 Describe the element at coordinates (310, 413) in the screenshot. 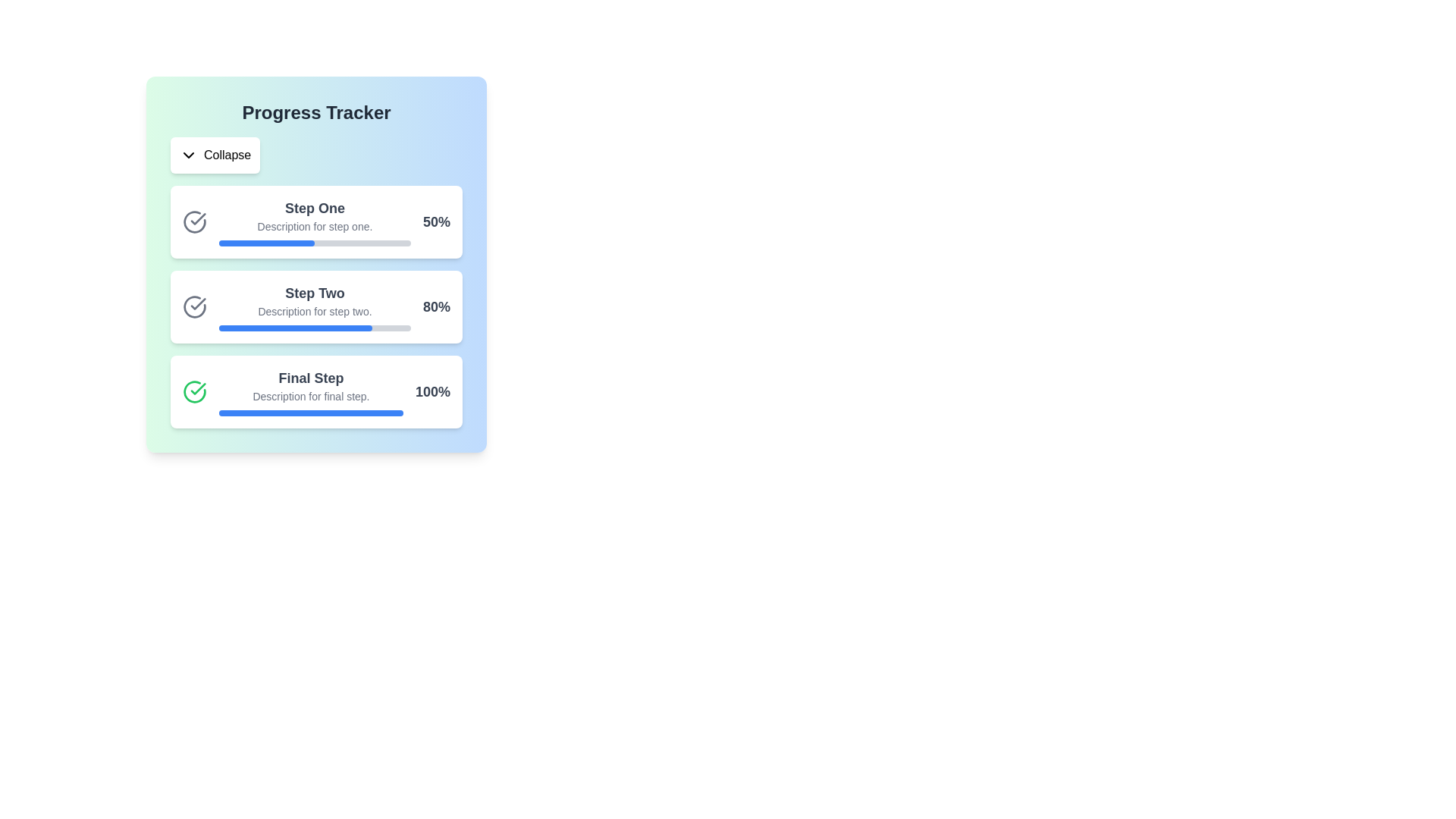

I see `the progress bar located beneath the text 'Description for final step.' in the final section of the progress tracker layout` at that location.